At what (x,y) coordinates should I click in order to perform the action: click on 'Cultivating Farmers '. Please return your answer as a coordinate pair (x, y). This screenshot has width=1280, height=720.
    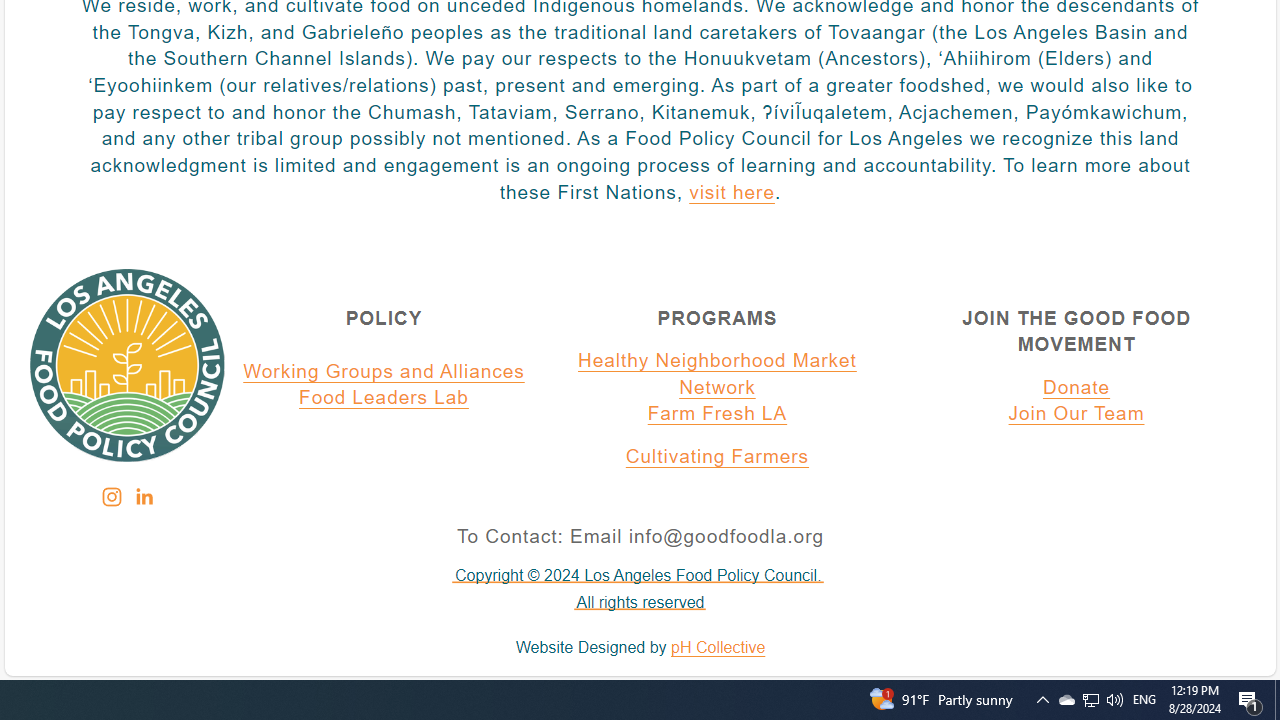
    Looking at the image, I should click on (717, 457).